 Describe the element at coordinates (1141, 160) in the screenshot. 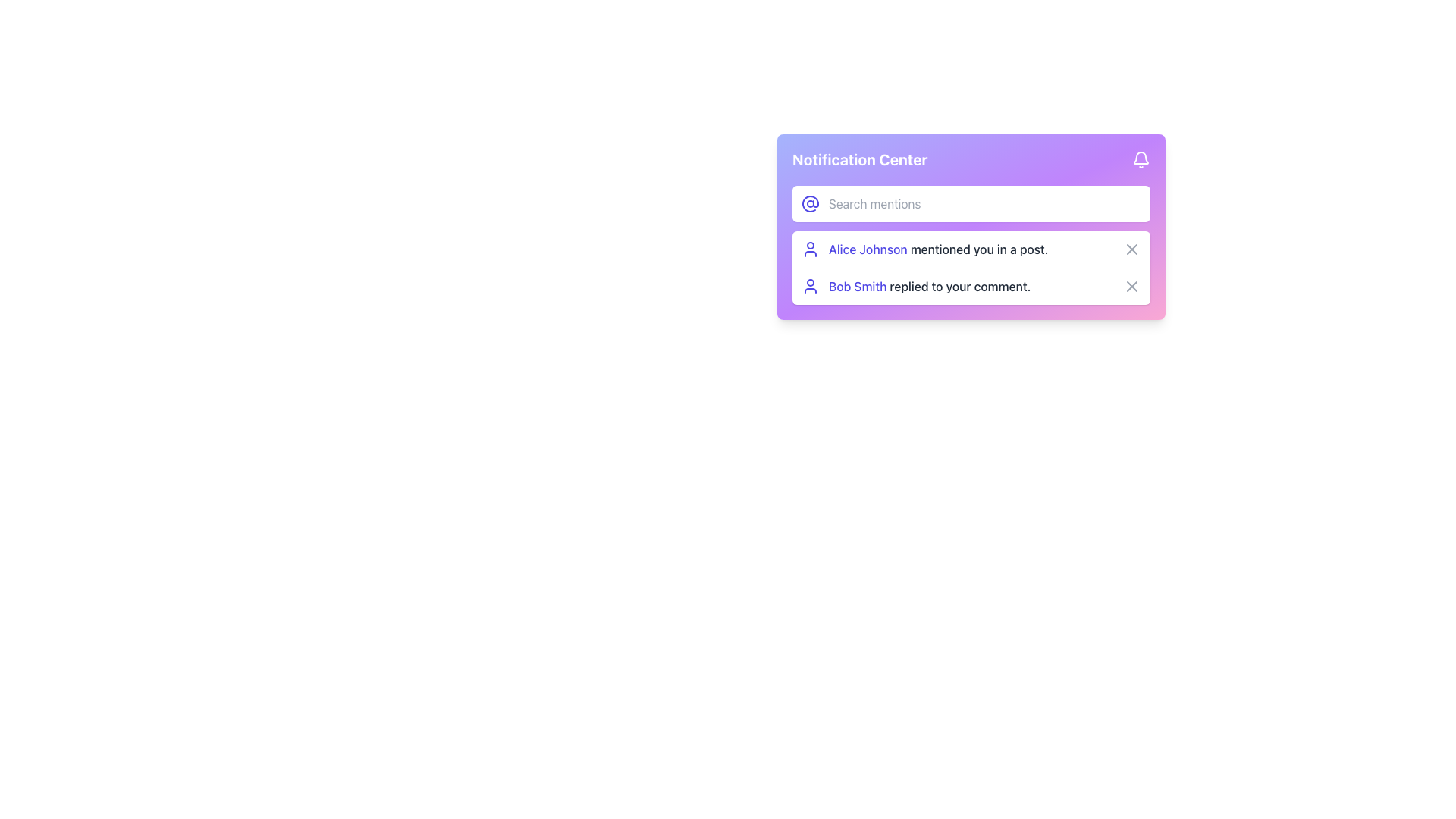

I see `the bell icon located in the top-right corner of the Notification Center, which indicates new updates, alerts, or messages to the user` at that location.